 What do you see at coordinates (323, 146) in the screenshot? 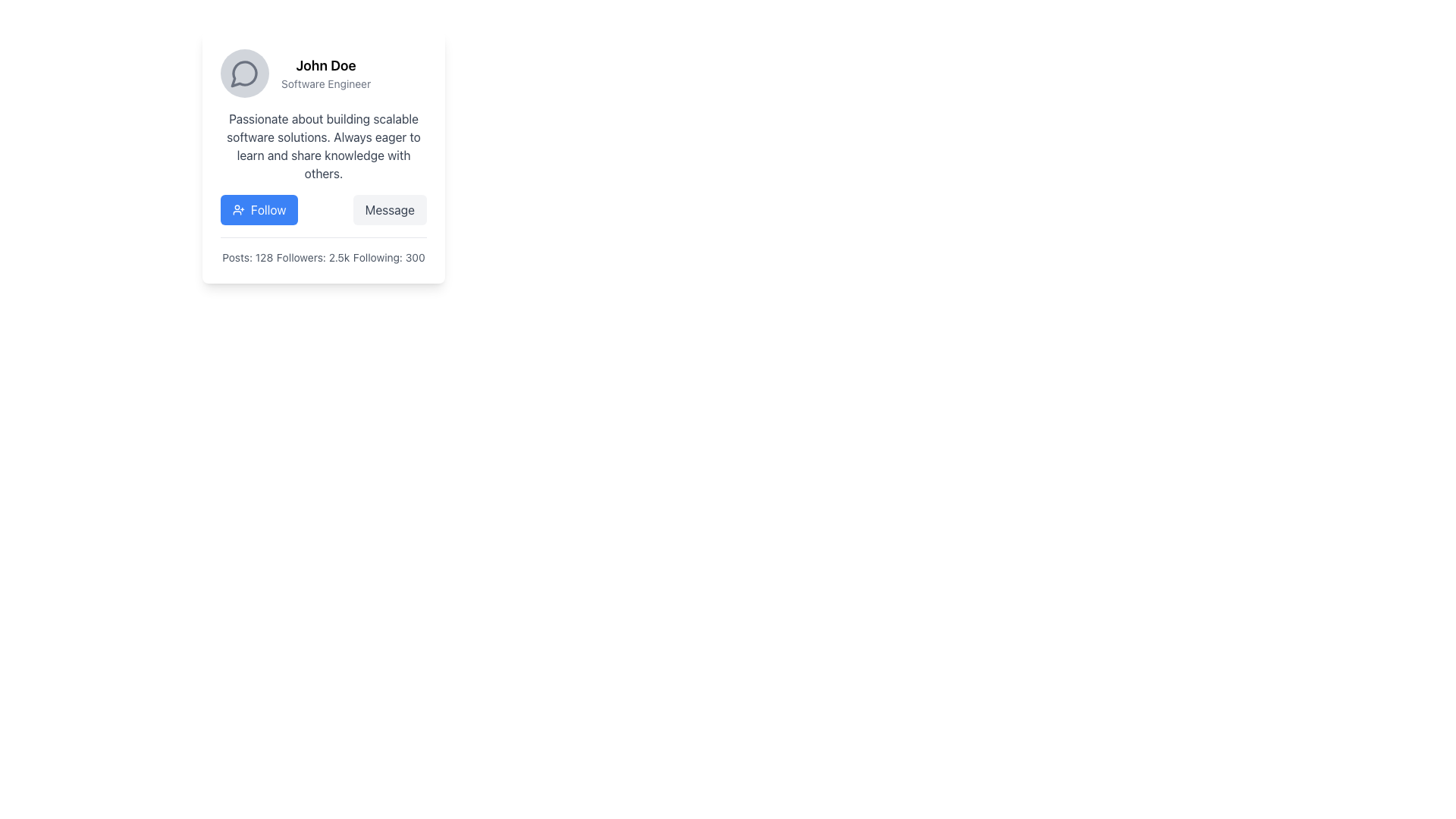
I see `the Text Block that displays descriptive information about an individual, positioned centrally within the card, below the name and title and above action buttons` at bounding box center [323, 146].